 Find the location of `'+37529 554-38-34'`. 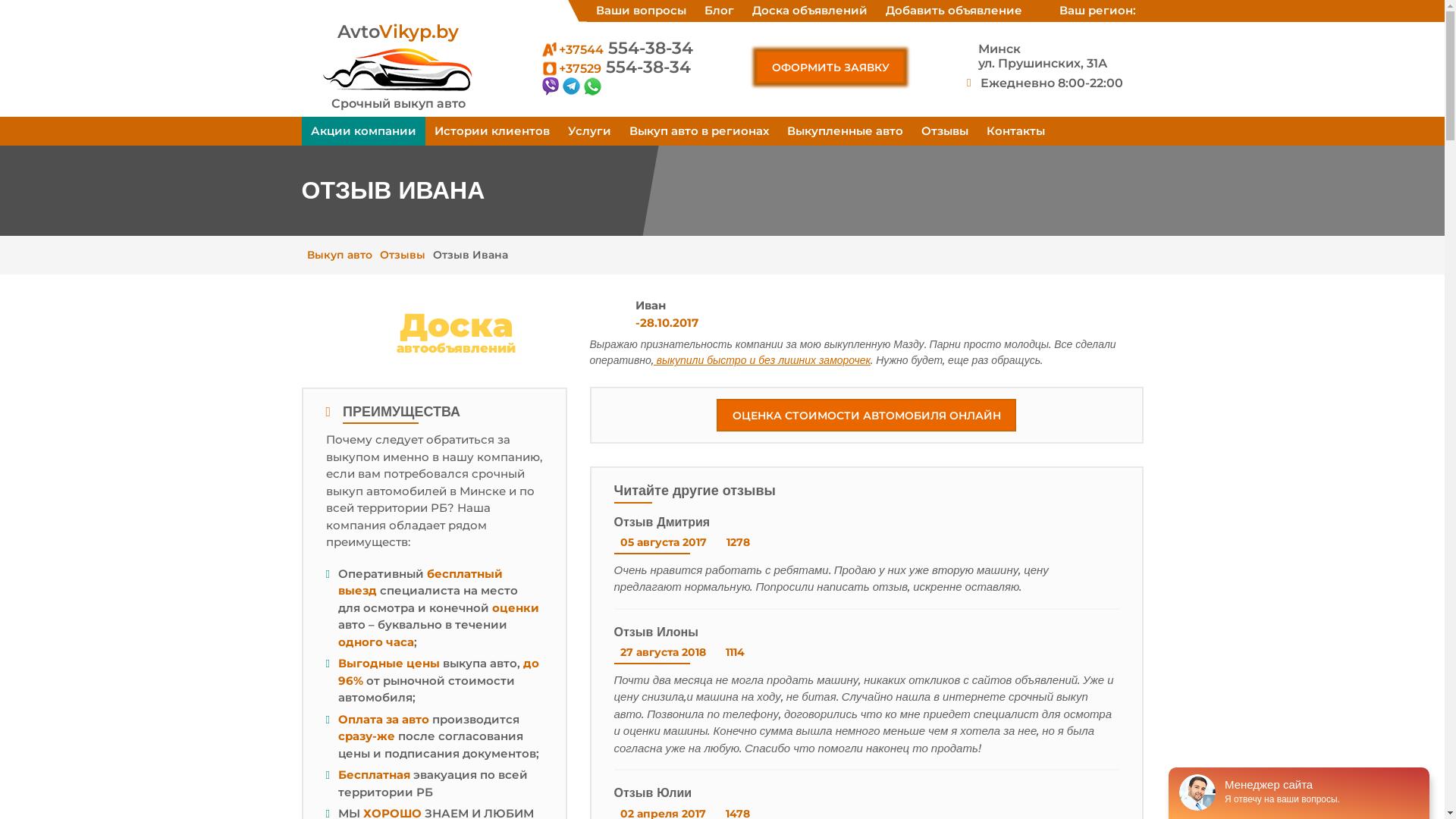

'+37529 554-38-34' is located at coordinates (615, 66).